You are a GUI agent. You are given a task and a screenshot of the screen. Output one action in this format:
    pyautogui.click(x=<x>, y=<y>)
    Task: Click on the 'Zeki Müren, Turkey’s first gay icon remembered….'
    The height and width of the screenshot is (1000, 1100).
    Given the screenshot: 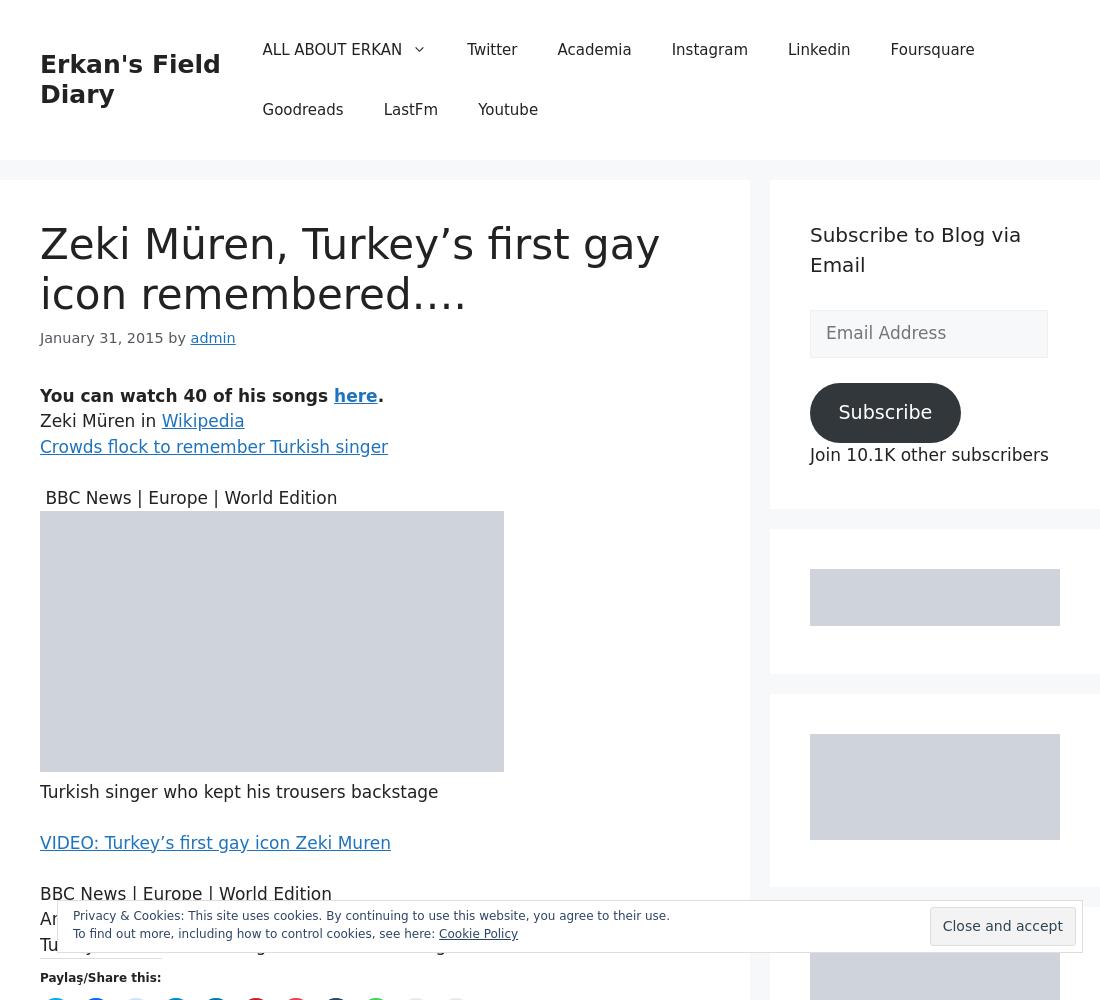 What is the action you would take?
    pyautogui.click(x=350, y=269)
    